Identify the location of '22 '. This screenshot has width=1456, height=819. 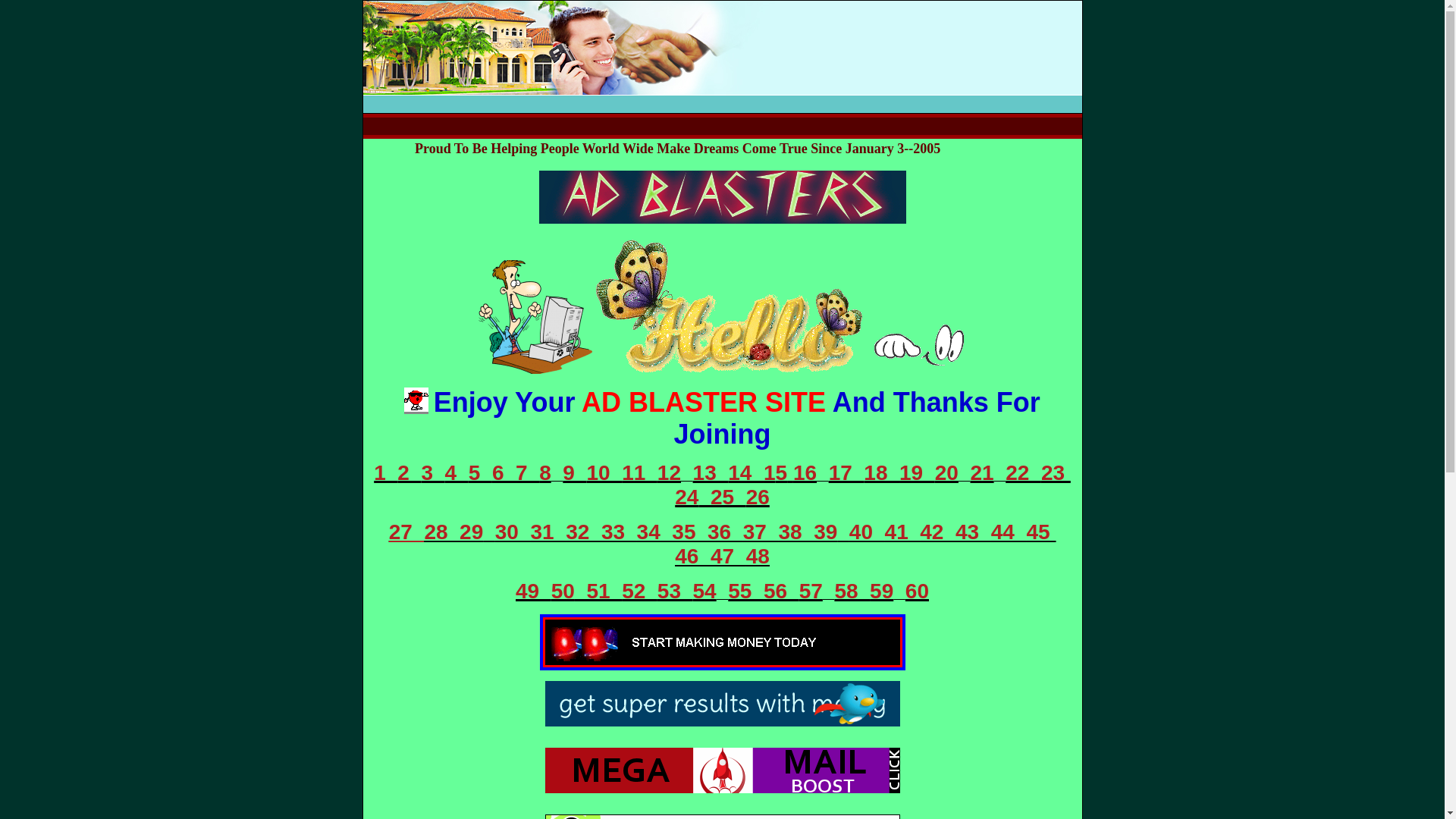
(1023, 472).